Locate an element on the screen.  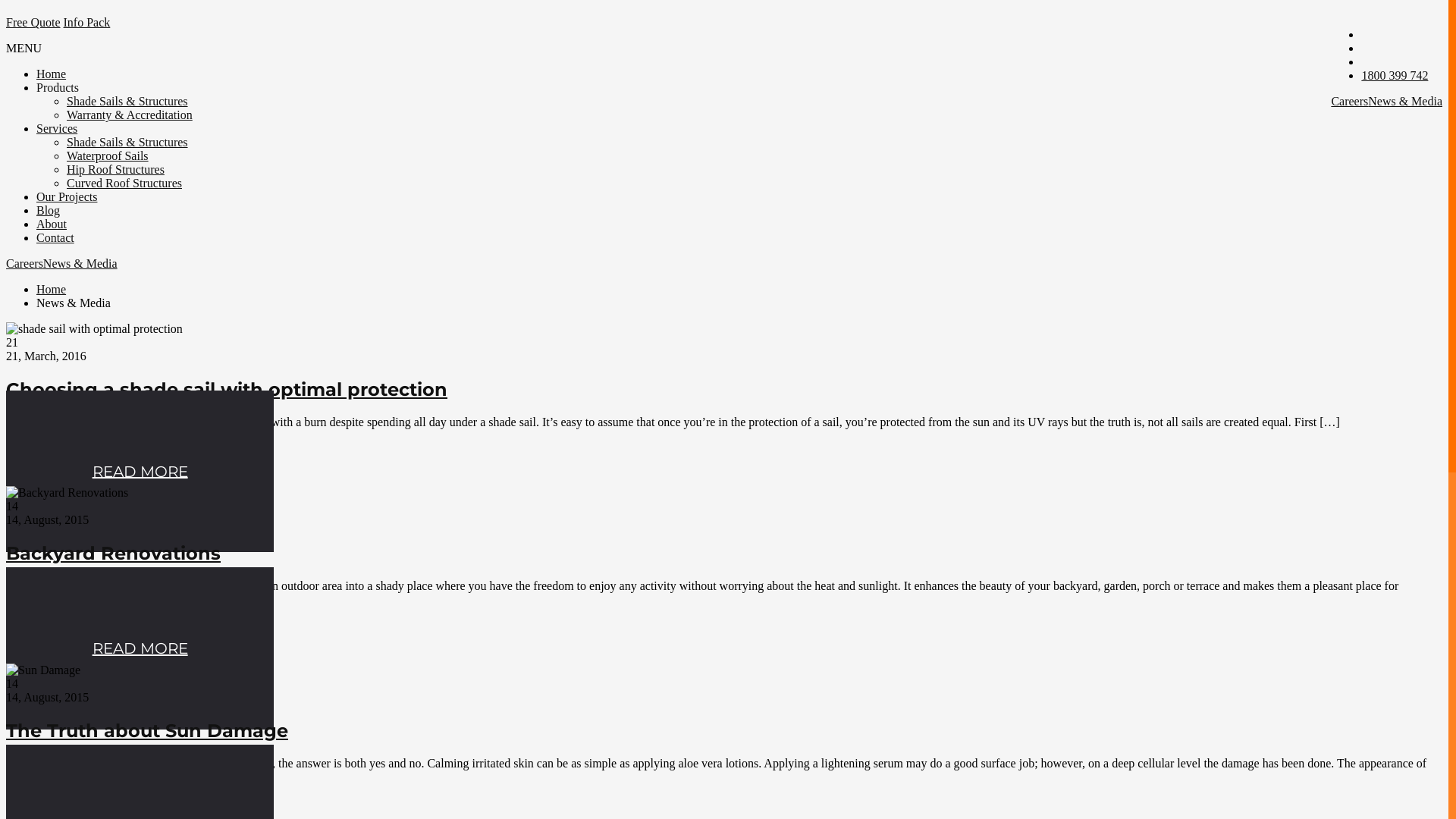
'Shade Sails & Structures' is located at coordinates (127, 142).